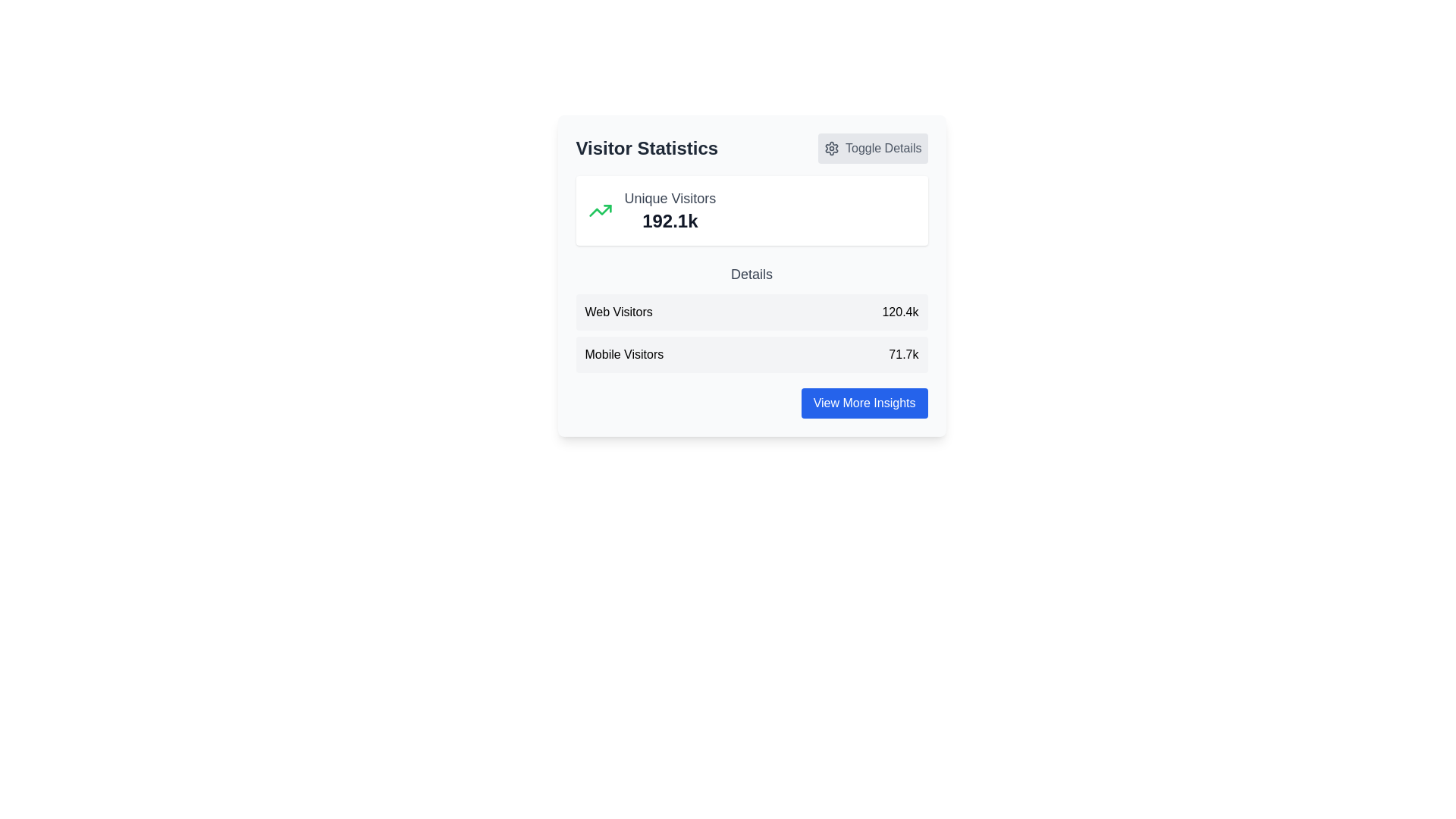 The height and width of the screenshot is (819, 1456). What do you see at coordinates (883, 149) in the screenshot?
I see `the 'Toggle Details' text label which is styled in gray font and located adjacent to the gear-shaped icon, part of the 'Visitor Statistics' section` at bounding box center [883, 149].